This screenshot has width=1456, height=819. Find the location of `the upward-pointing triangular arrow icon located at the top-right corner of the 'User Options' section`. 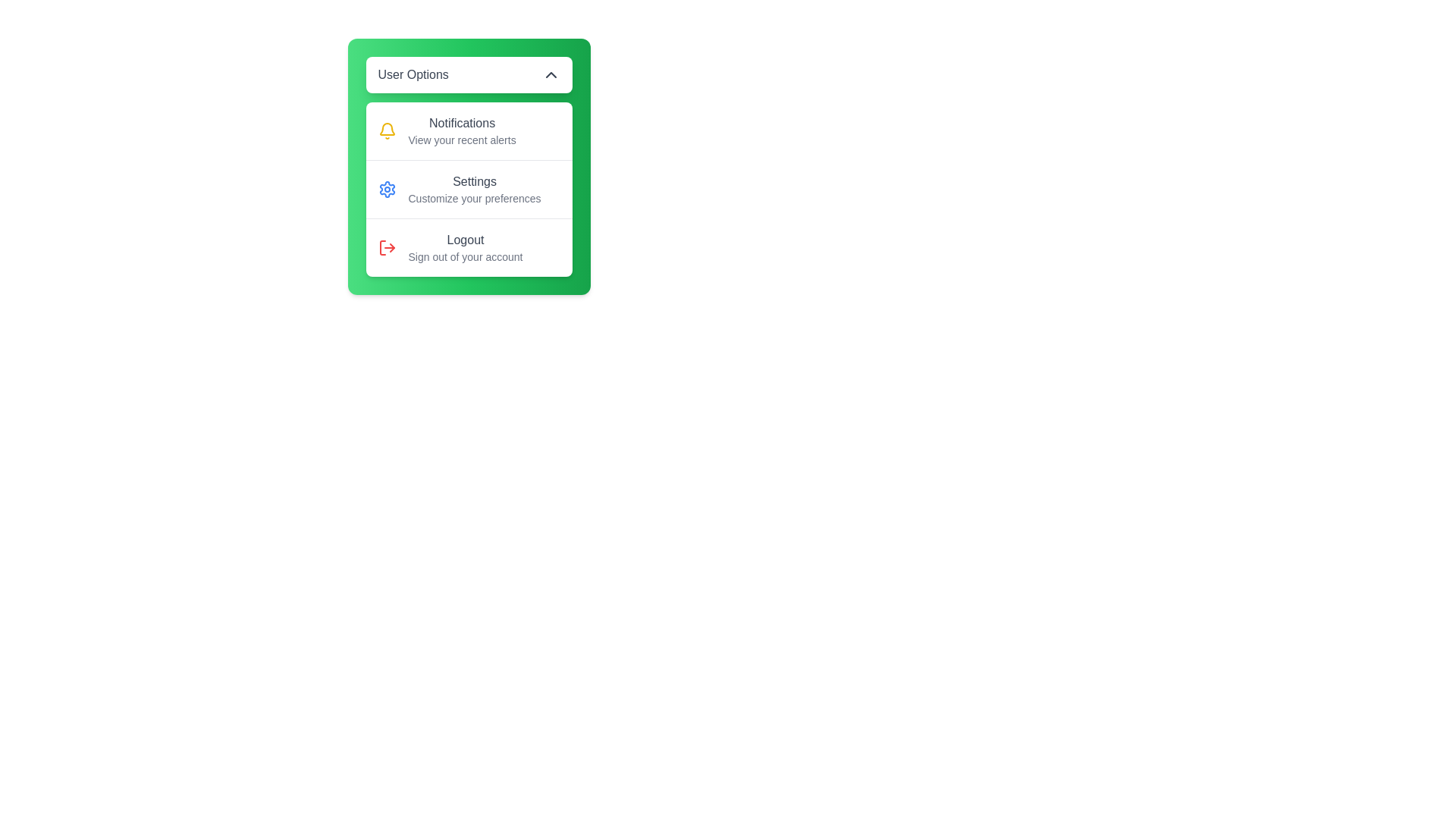

the upward-pointing triangular arrow icon located at the top-right corner of the 'User Options' section is located at coordinates (550, 75).